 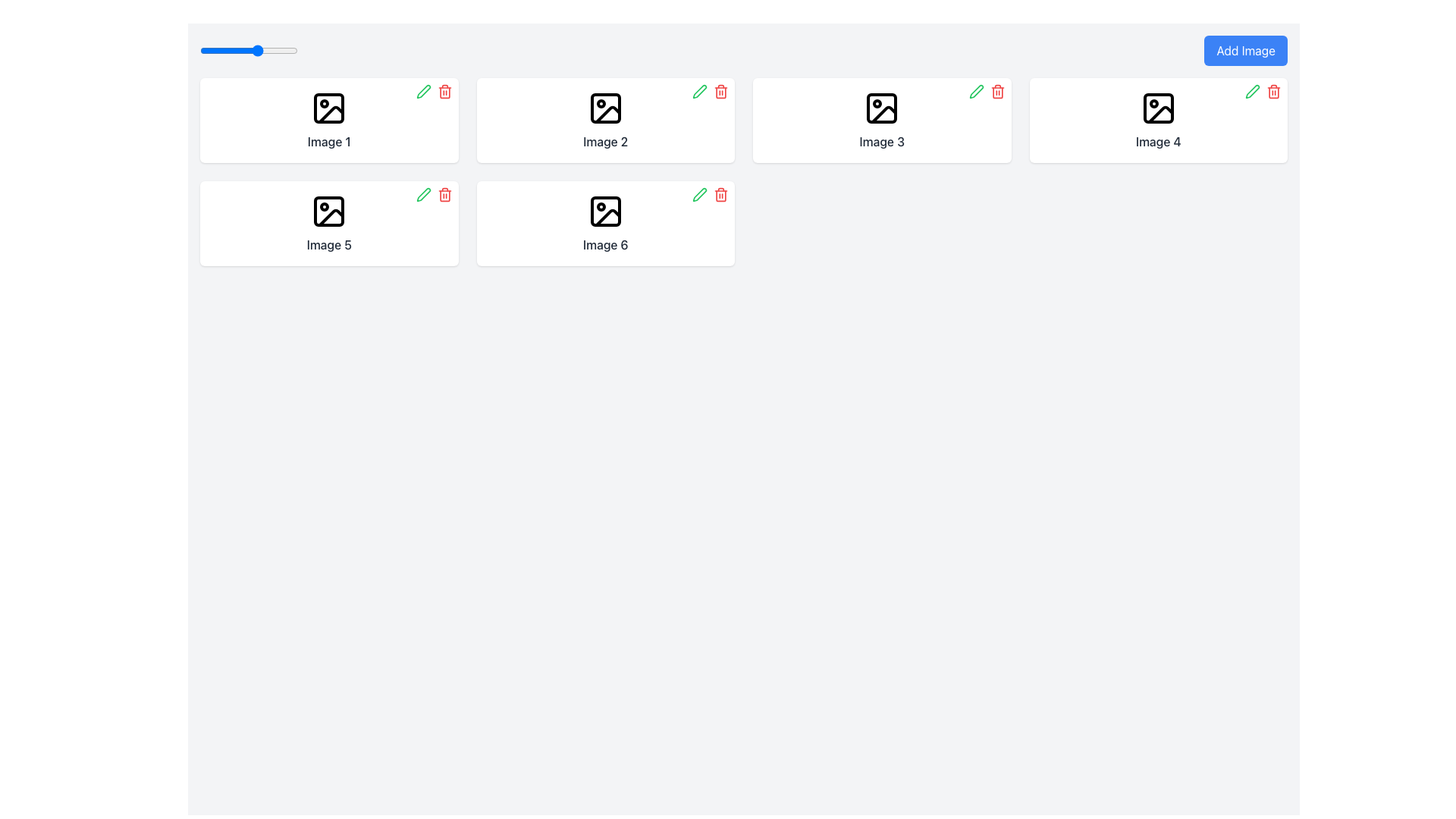 What do you see at coordinates (423, 194) in the screenshot?
I see `the edit icon located at the top-right corner of the thumbnail labeled 'Image 5'` at bounding box center [423, 194].